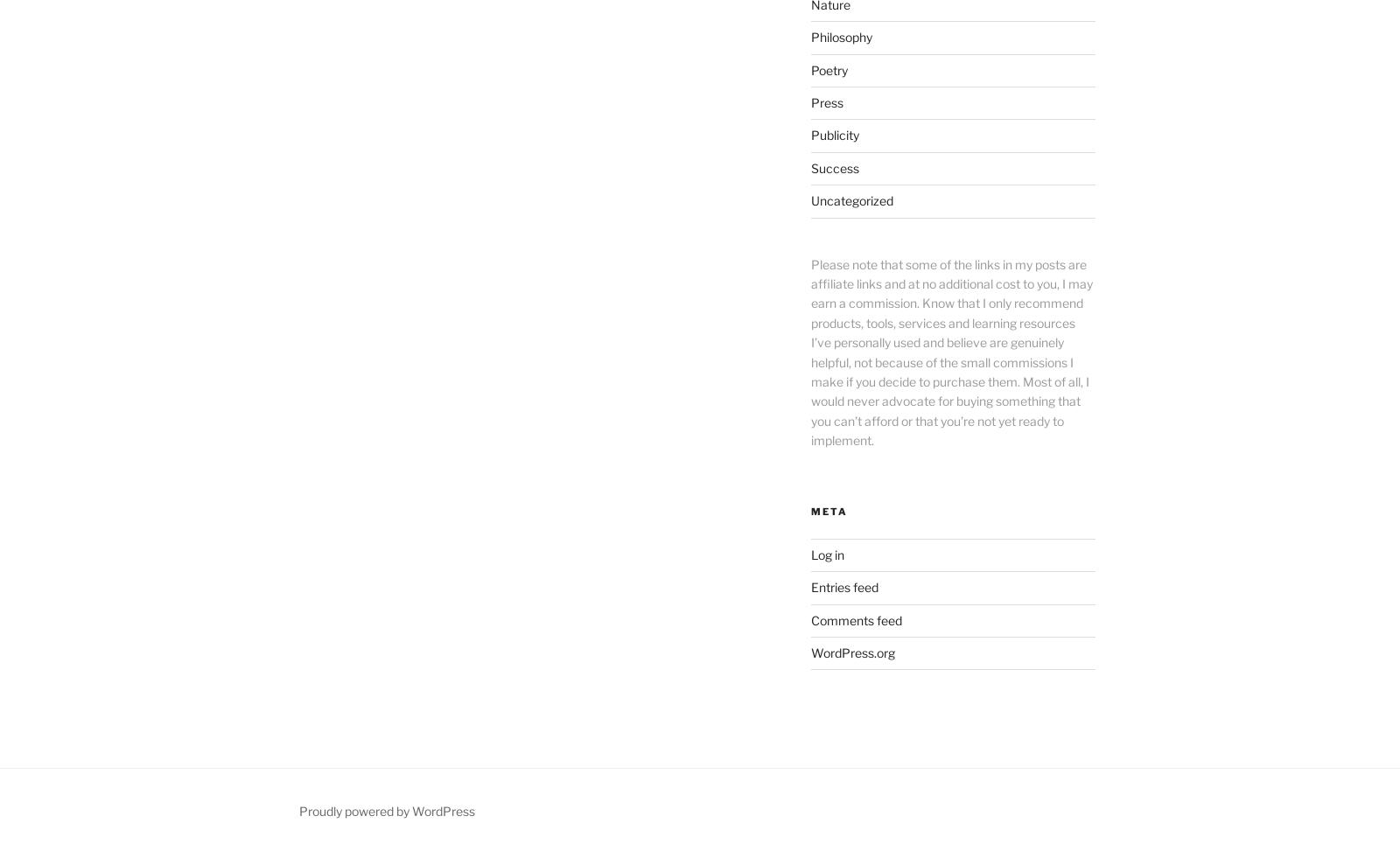 The height and width of the screenshot is (851, 1400). I want to click on 'Poetry', so click(828, 68).